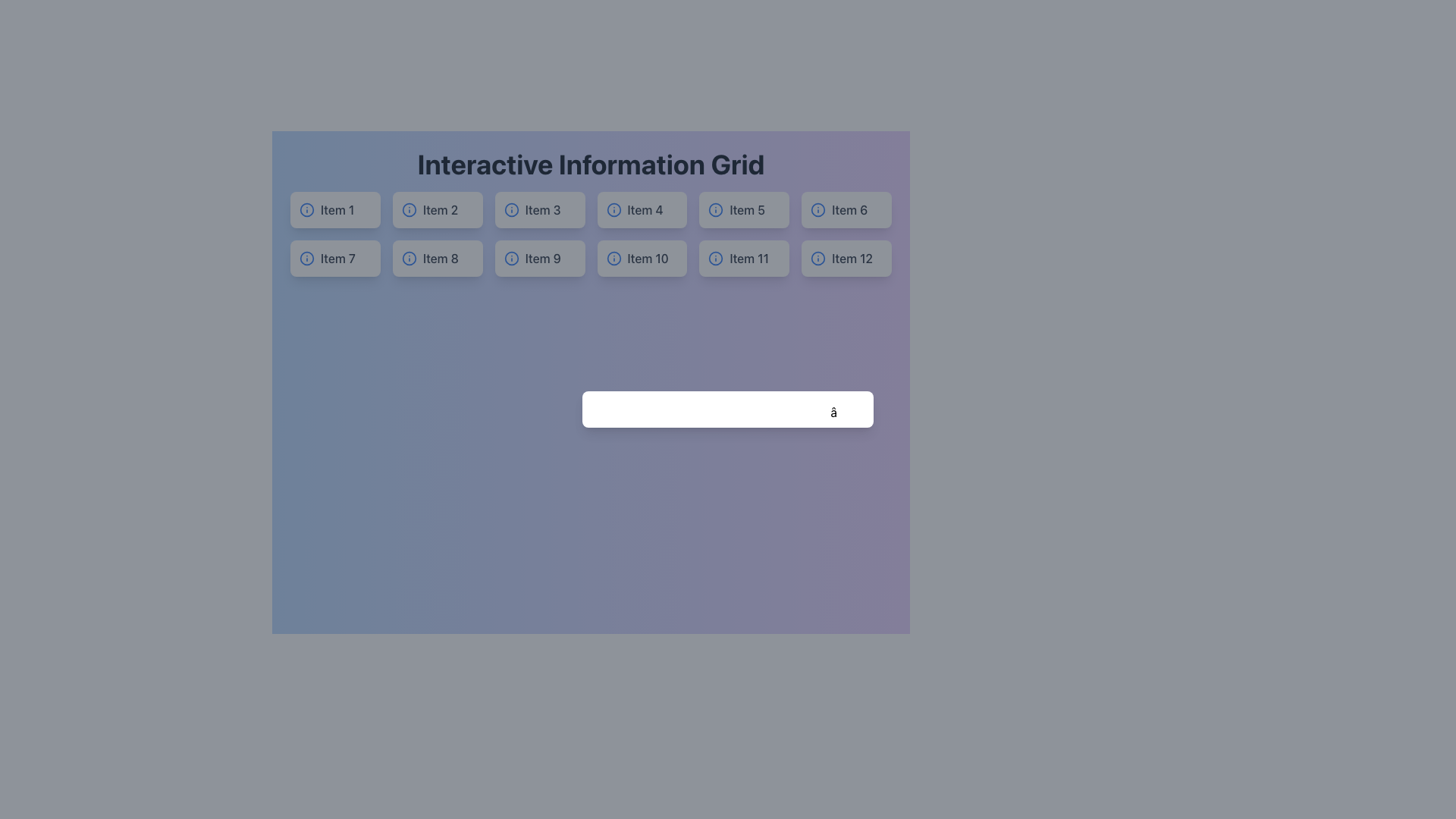 The width and height of the screenshot is (1456, 819). Describe the element at coordinates (440, 257) in the screenshot. I see `the text label for the eighth interactive item in the 3x4 grid layout, located in the second row and second column, to the right of the information icon` at that location.